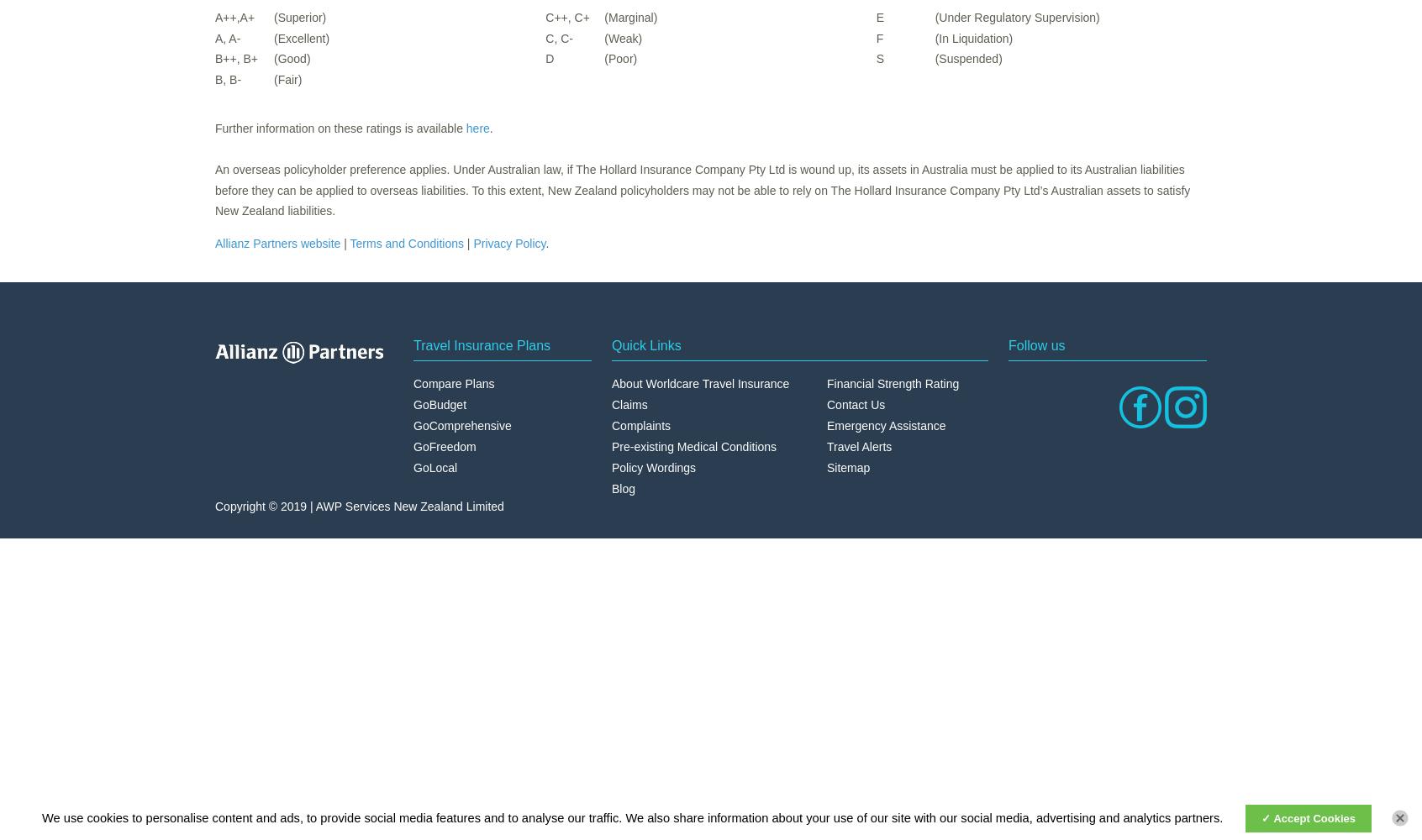 The image size is (1422, 840). I want to click on '(Superior)', so click(300, 18).